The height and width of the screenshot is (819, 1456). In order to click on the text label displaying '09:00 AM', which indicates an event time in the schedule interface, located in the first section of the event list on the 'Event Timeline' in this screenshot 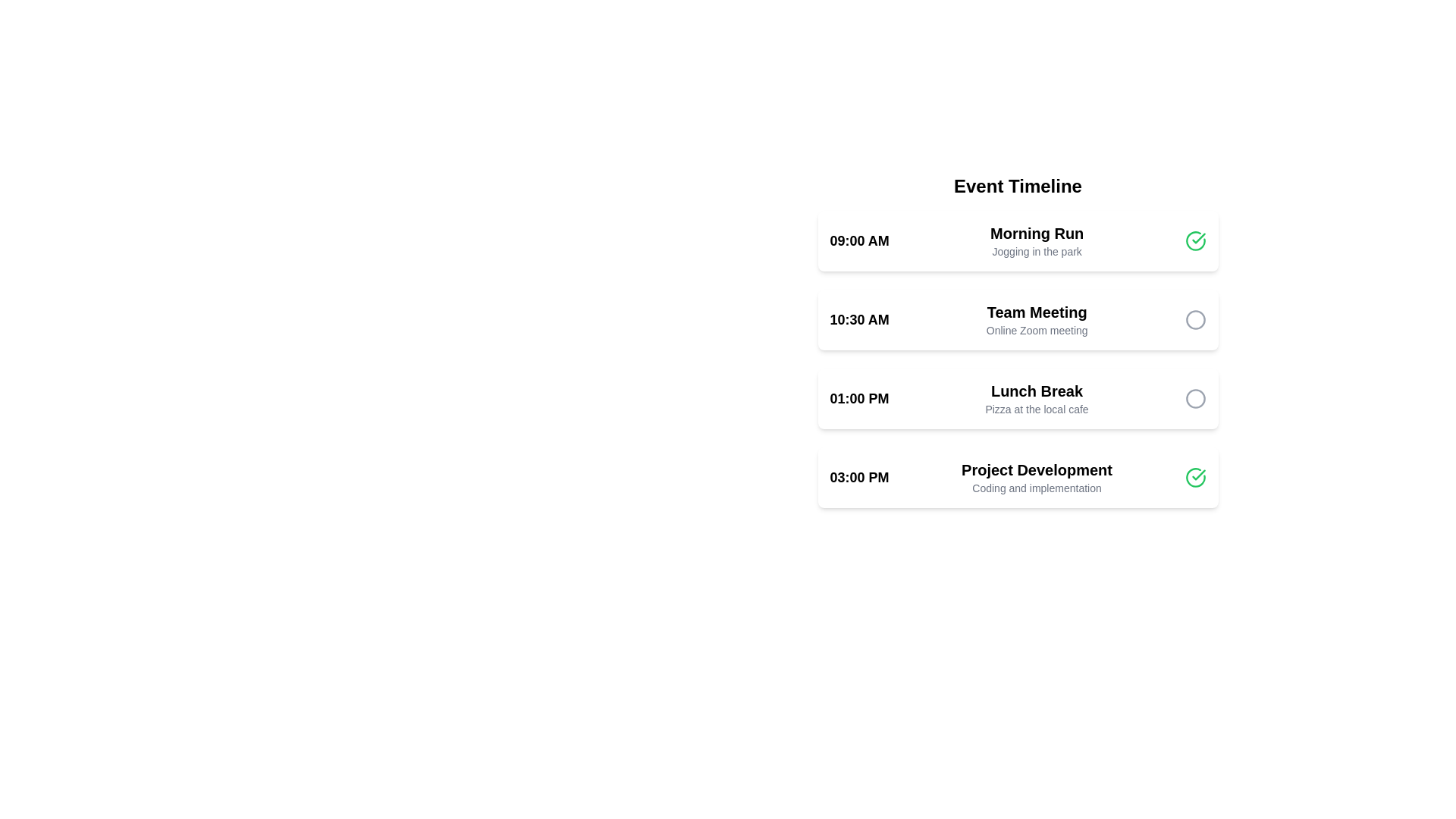, I will do `click(859, 240)`.